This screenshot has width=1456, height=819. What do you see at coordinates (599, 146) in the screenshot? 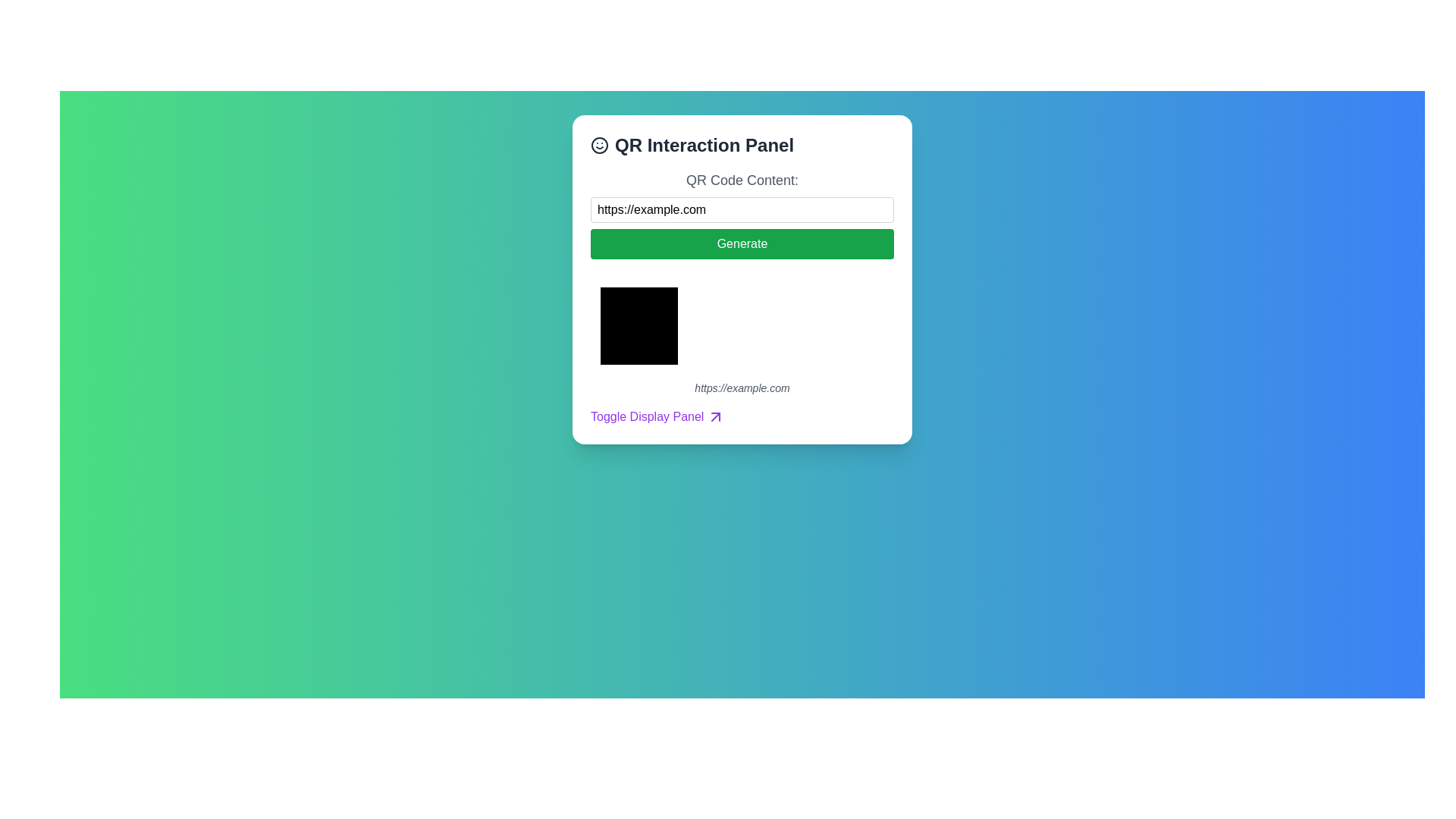
I see `the SVG circle element that forms the outer boundary of the smiley face icon in the 'QR Interaction Panel'` at bounding box center [599, 146].